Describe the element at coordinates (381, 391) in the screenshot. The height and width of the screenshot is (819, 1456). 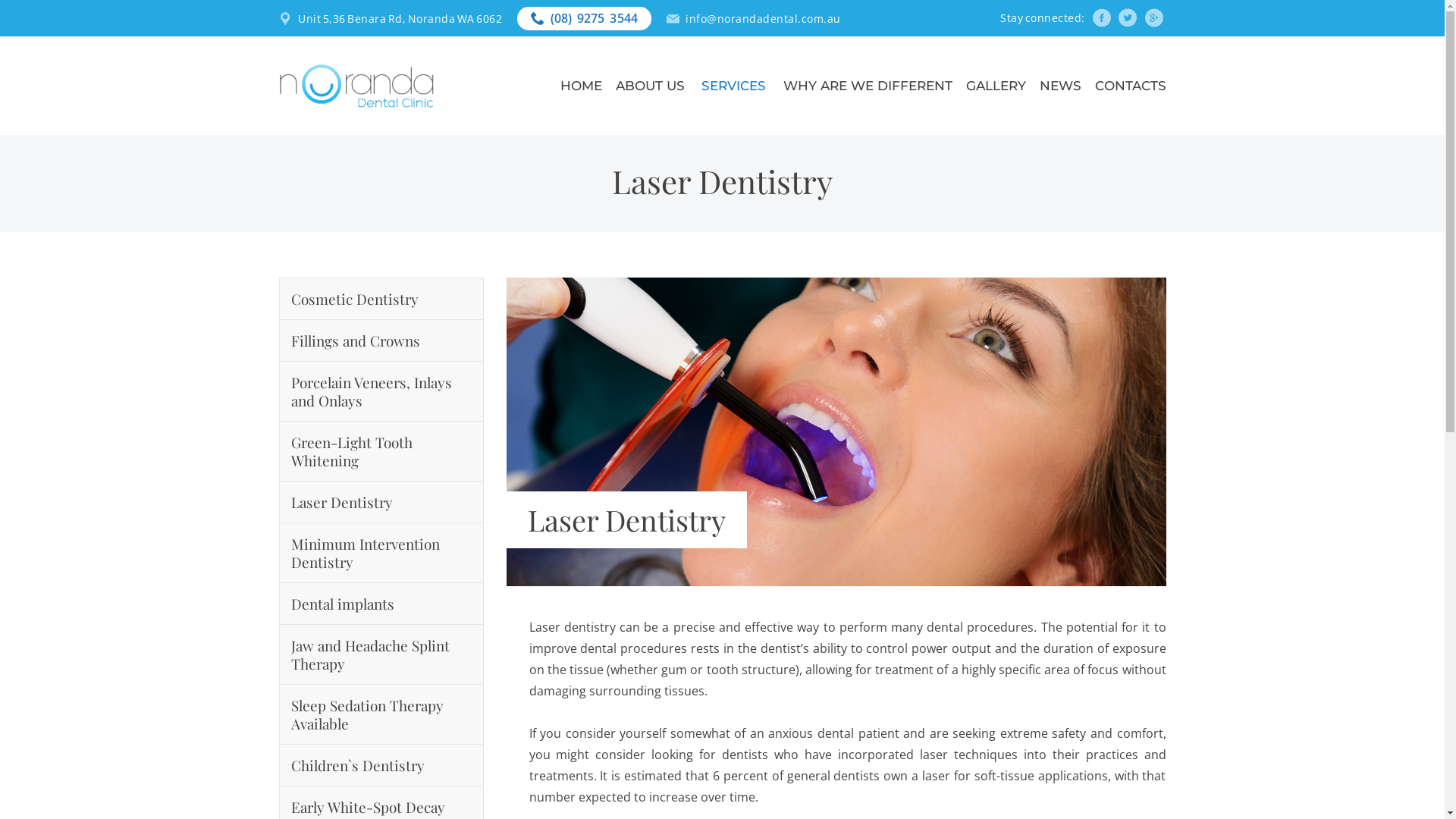
I see `'Porcelain Veneers, Inlays and Onlays'` at that location.